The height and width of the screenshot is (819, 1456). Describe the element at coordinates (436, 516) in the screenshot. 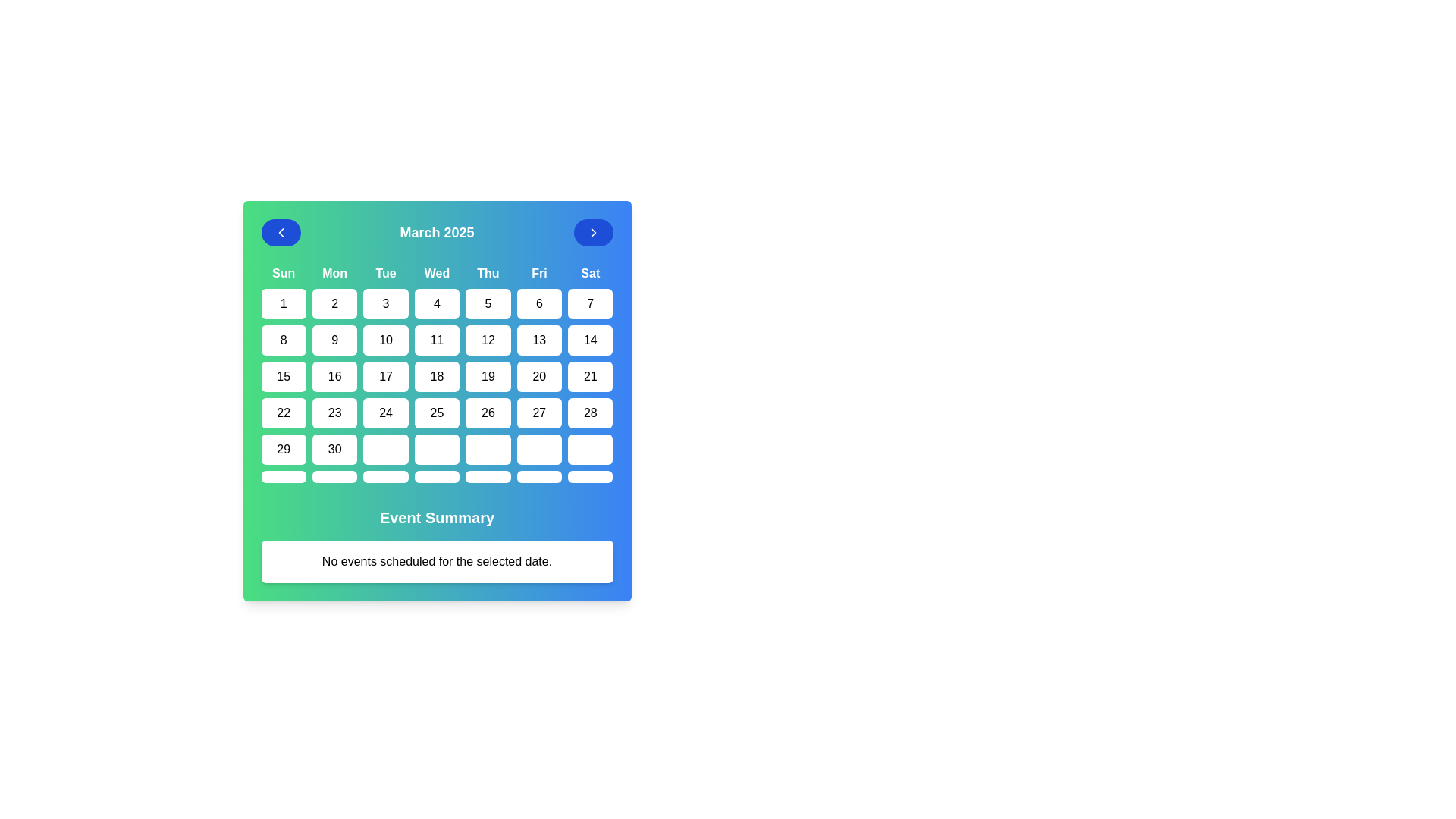

I see `the 'Event Summary' text label, which is bold and centered with a green to blue gradient background` at that location.